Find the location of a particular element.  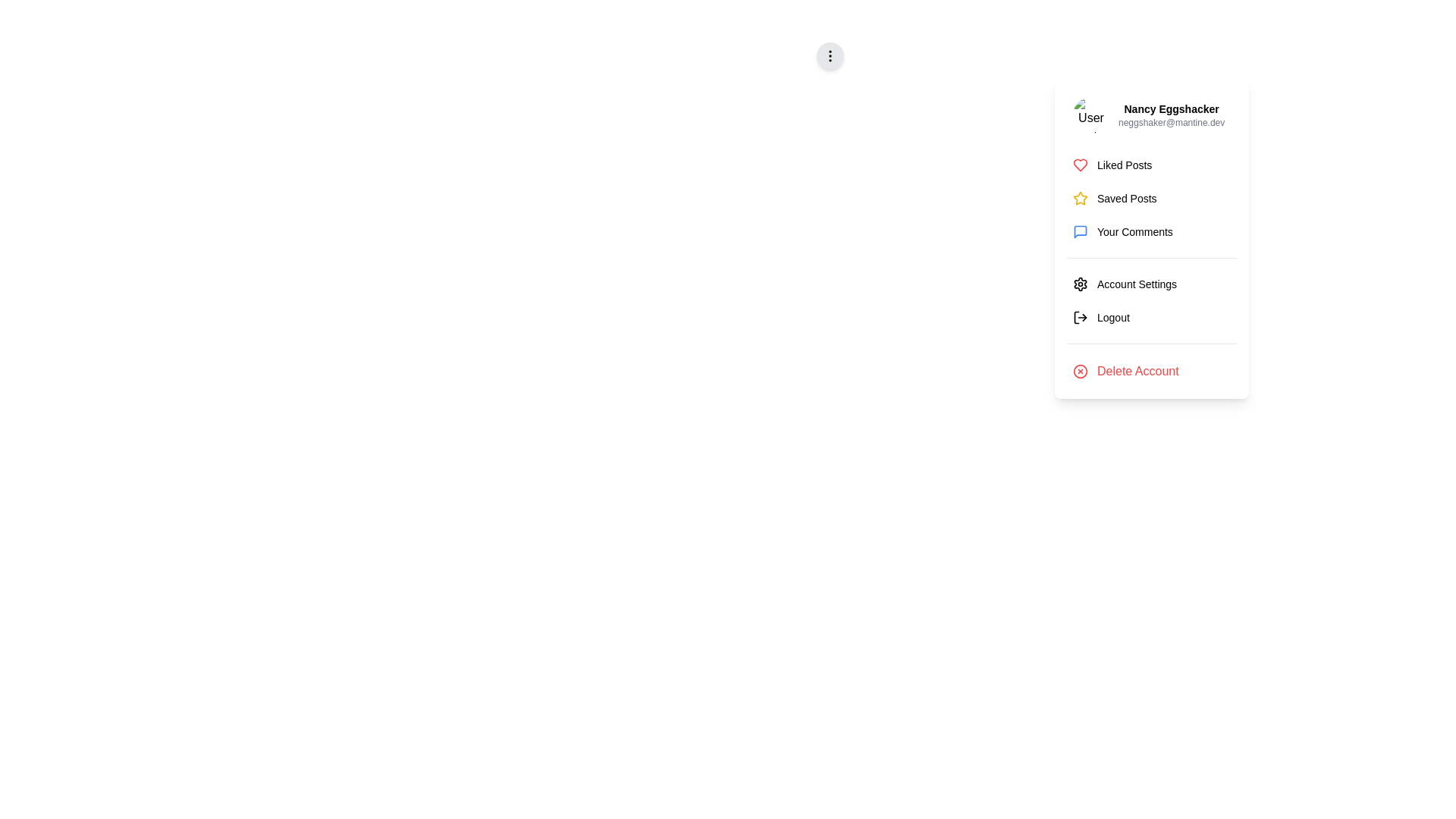

the 'Saved Posts' navigation item, which is the second item in the user menu list, to change its background color is located at coordinates (1151, 198).